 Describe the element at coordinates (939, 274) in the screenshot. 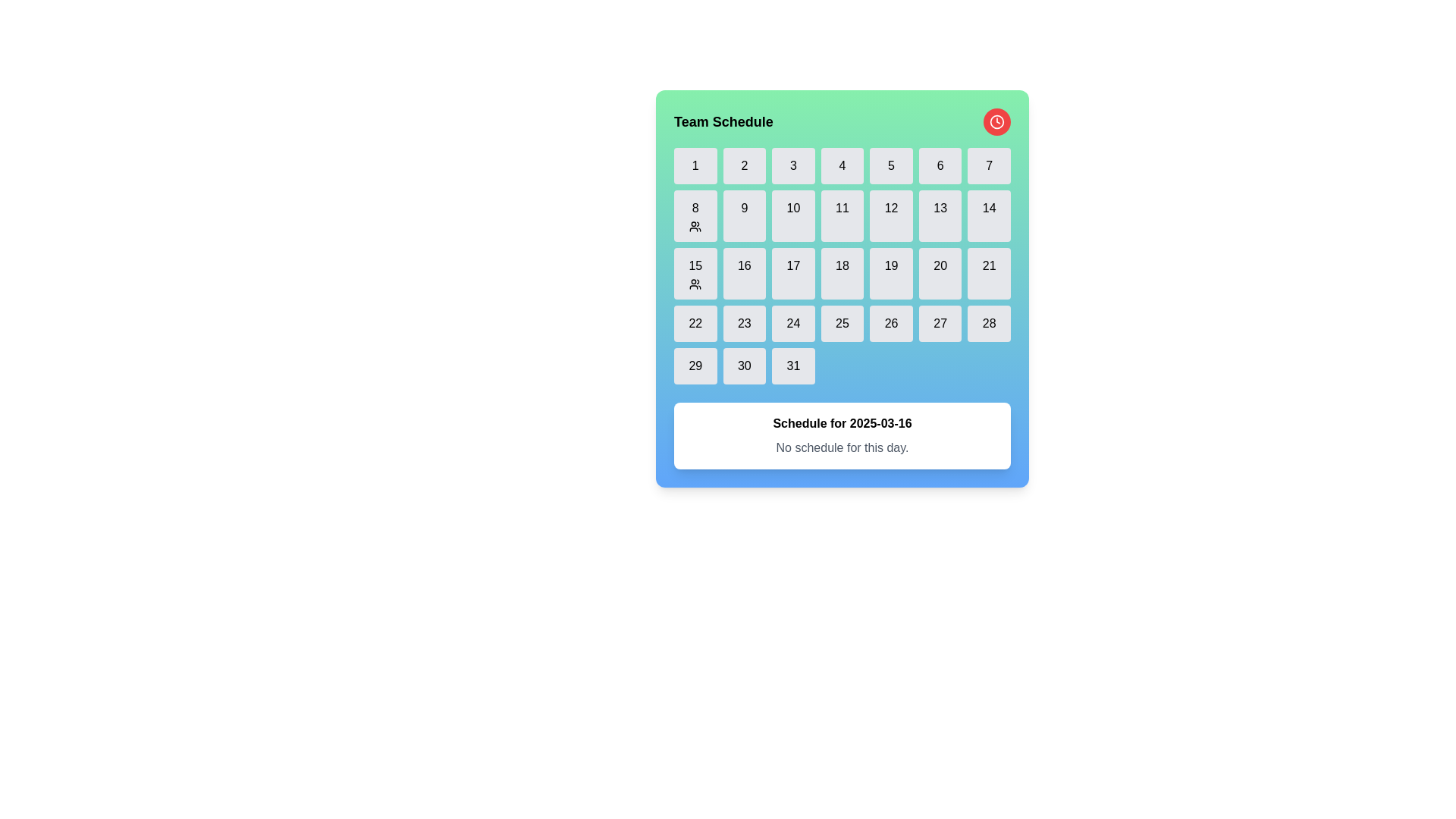

I see `the calendar day representation element displaying the date '20'` at that location.